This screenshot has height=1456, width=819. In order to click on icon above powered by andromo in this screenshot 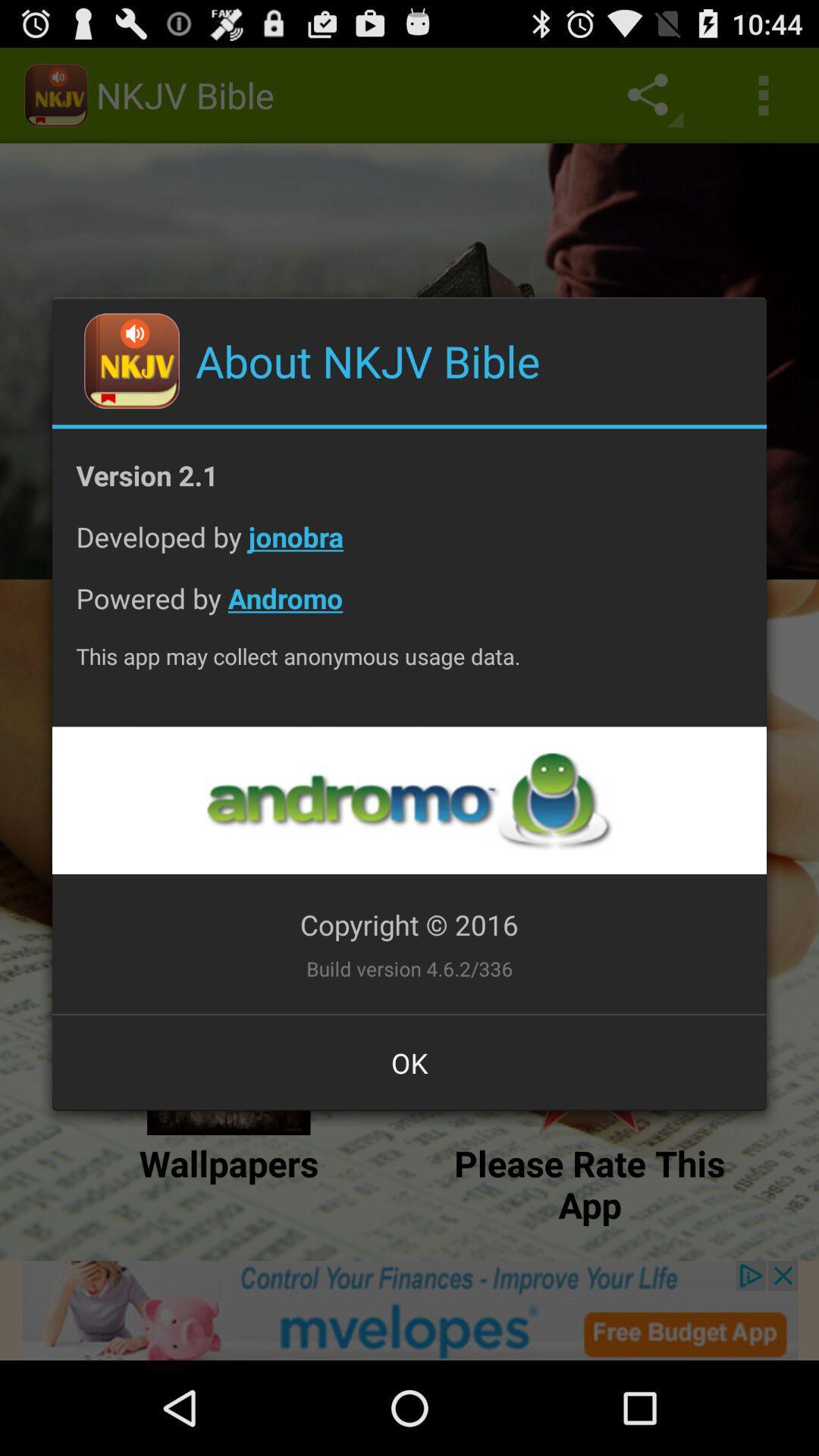, I will do `click(409, 548)`.